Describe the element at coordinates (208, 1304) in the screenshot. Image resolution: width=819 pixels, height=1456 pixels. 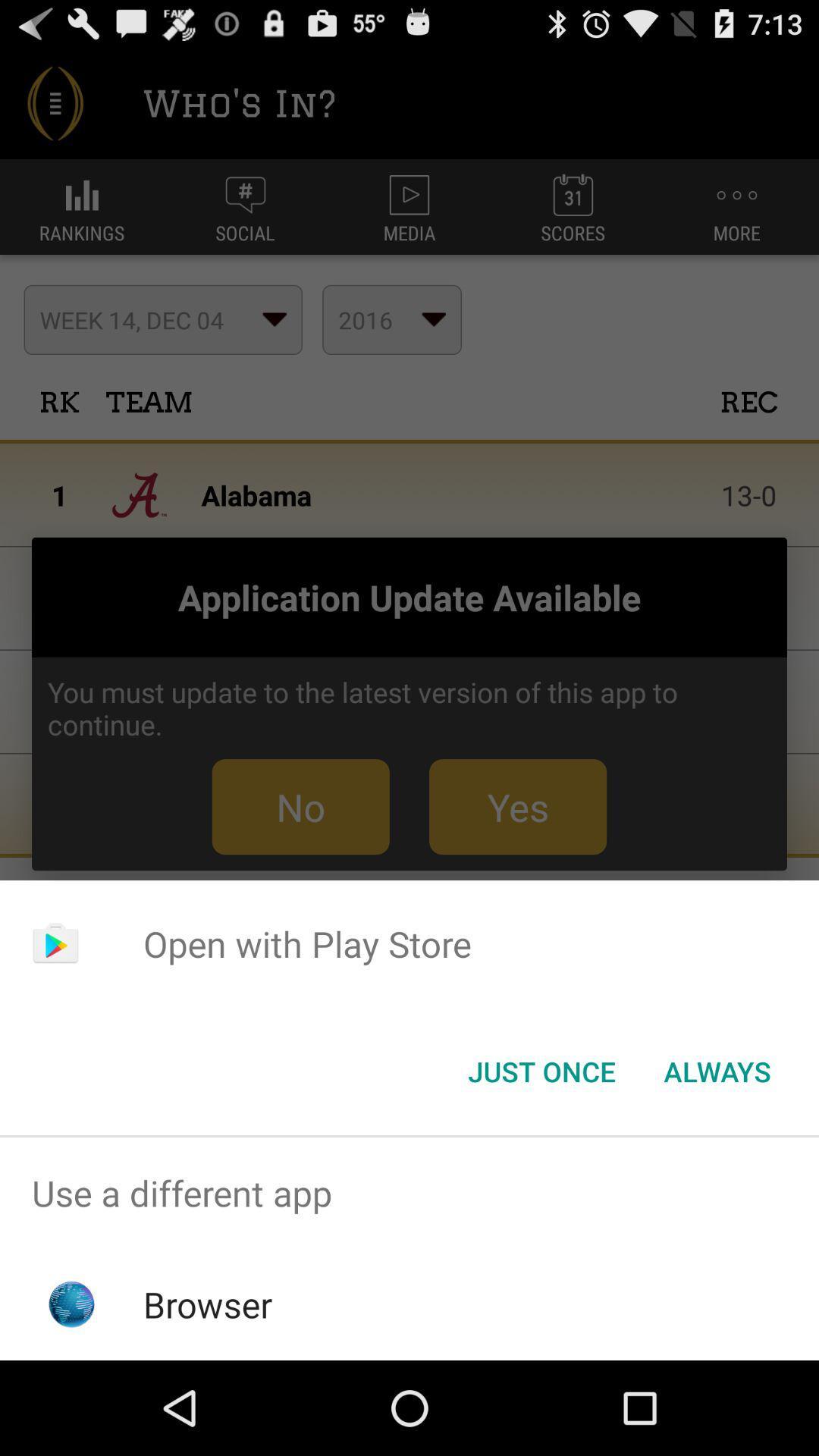
I see `the app below the use a different icon` at that location.